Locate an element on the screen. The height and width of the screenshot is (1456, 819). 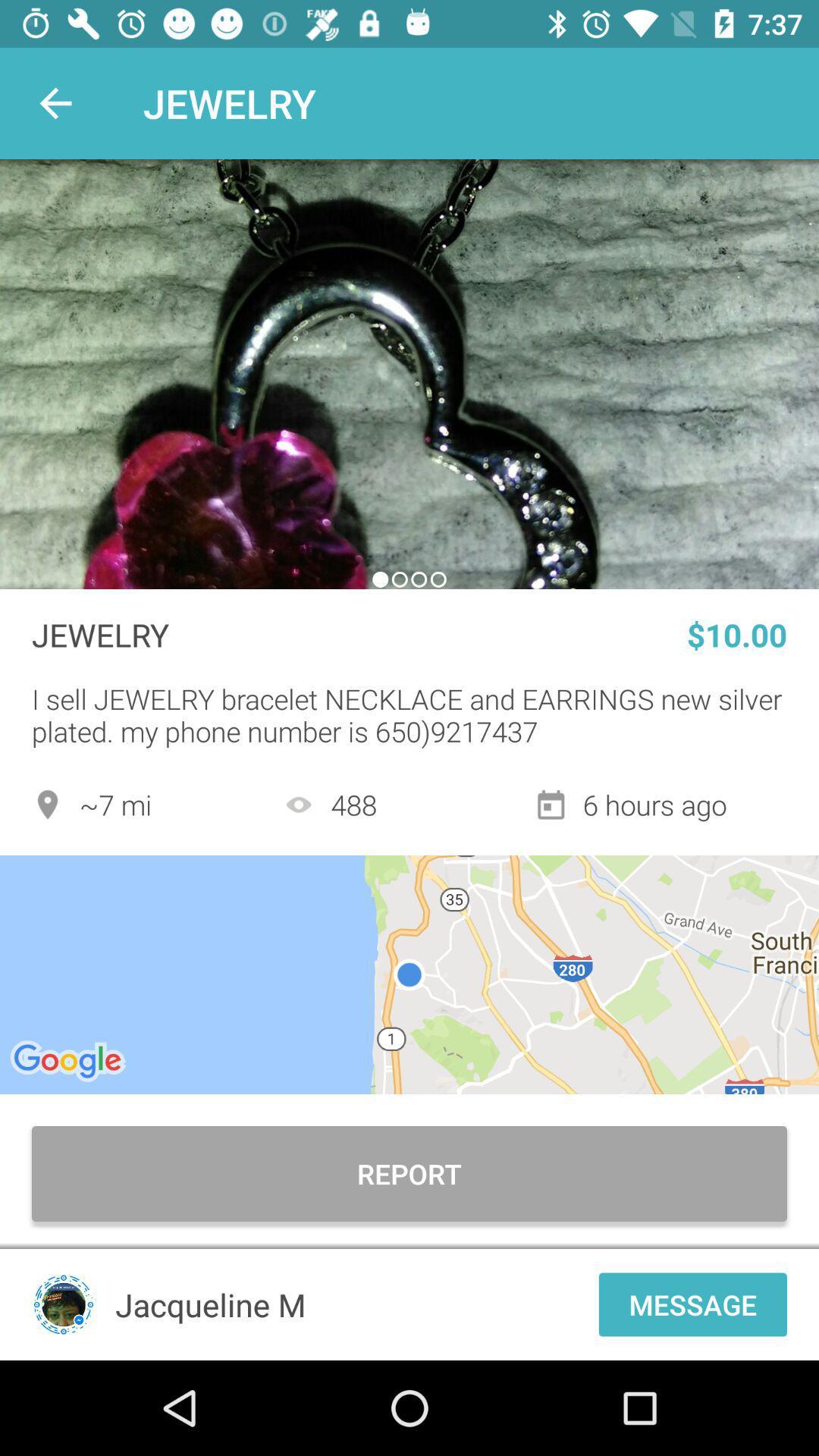
photo slide is located at coordinates (409, 374).